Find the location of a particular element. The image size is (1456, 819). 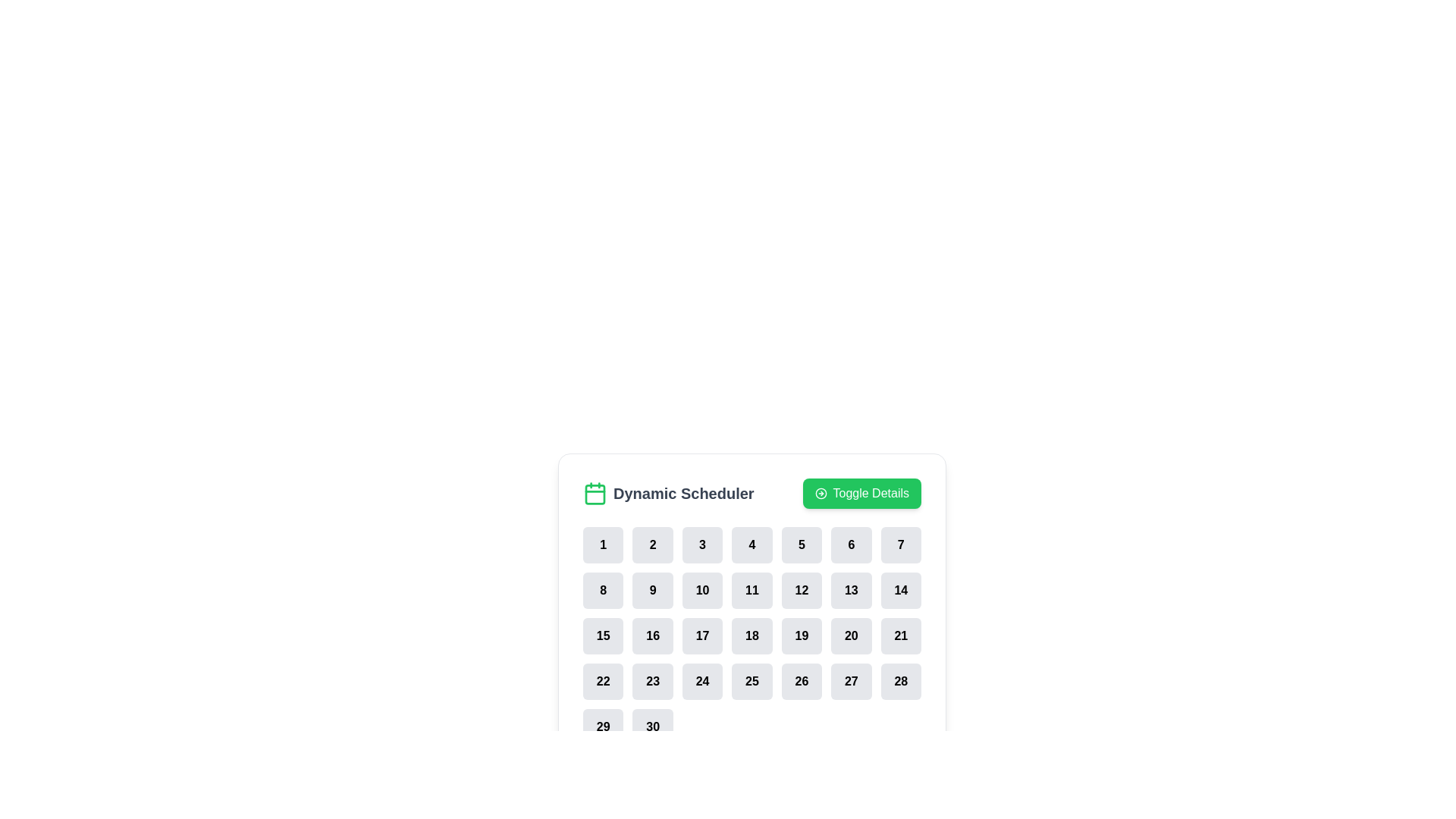

the button representing the date '21' in the calendar interface is located at coordinates (901, 636).